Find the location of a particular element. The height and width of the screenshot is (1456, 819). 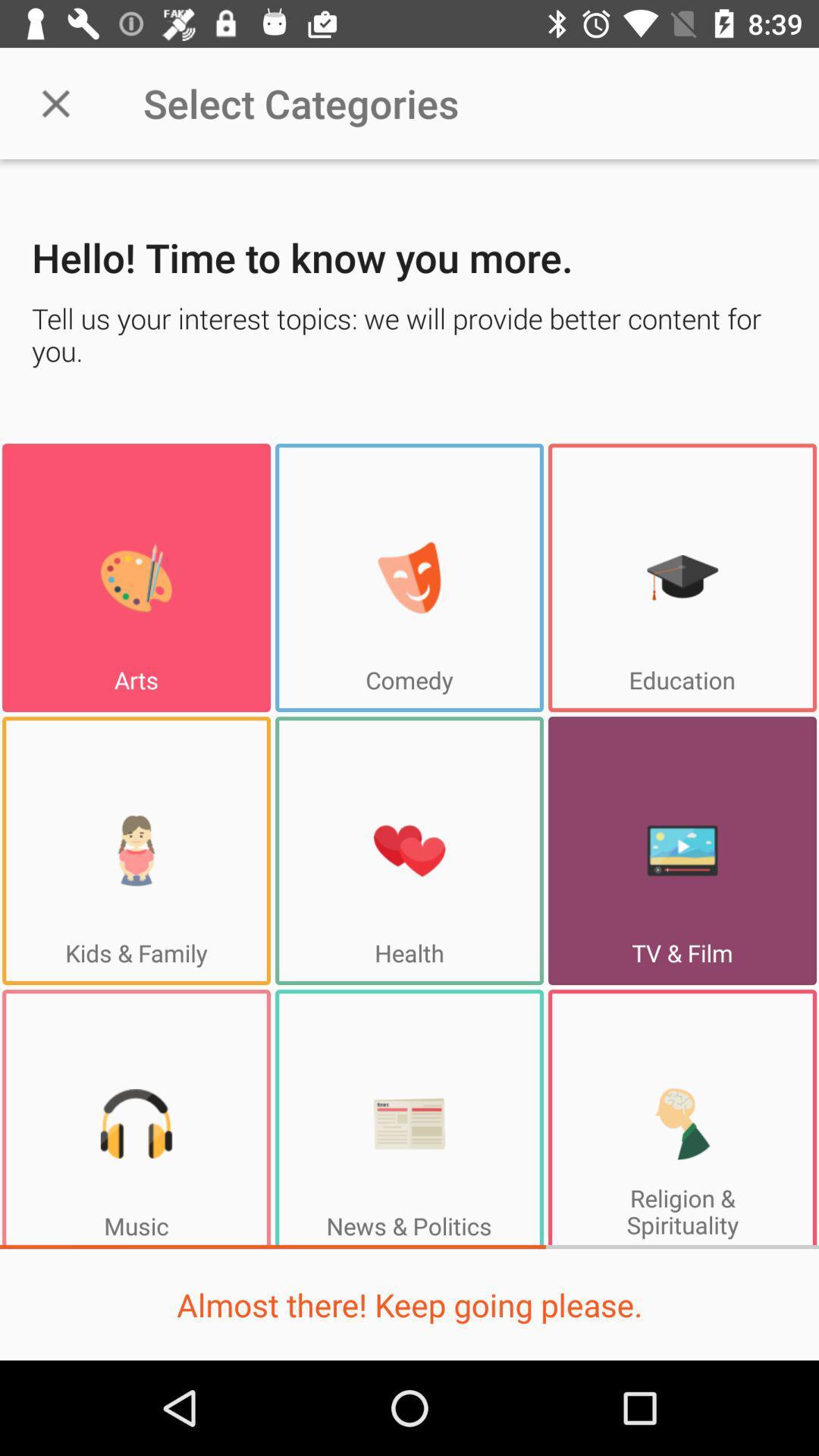

the icon at the top left corner is located at coordinates (55, 102).